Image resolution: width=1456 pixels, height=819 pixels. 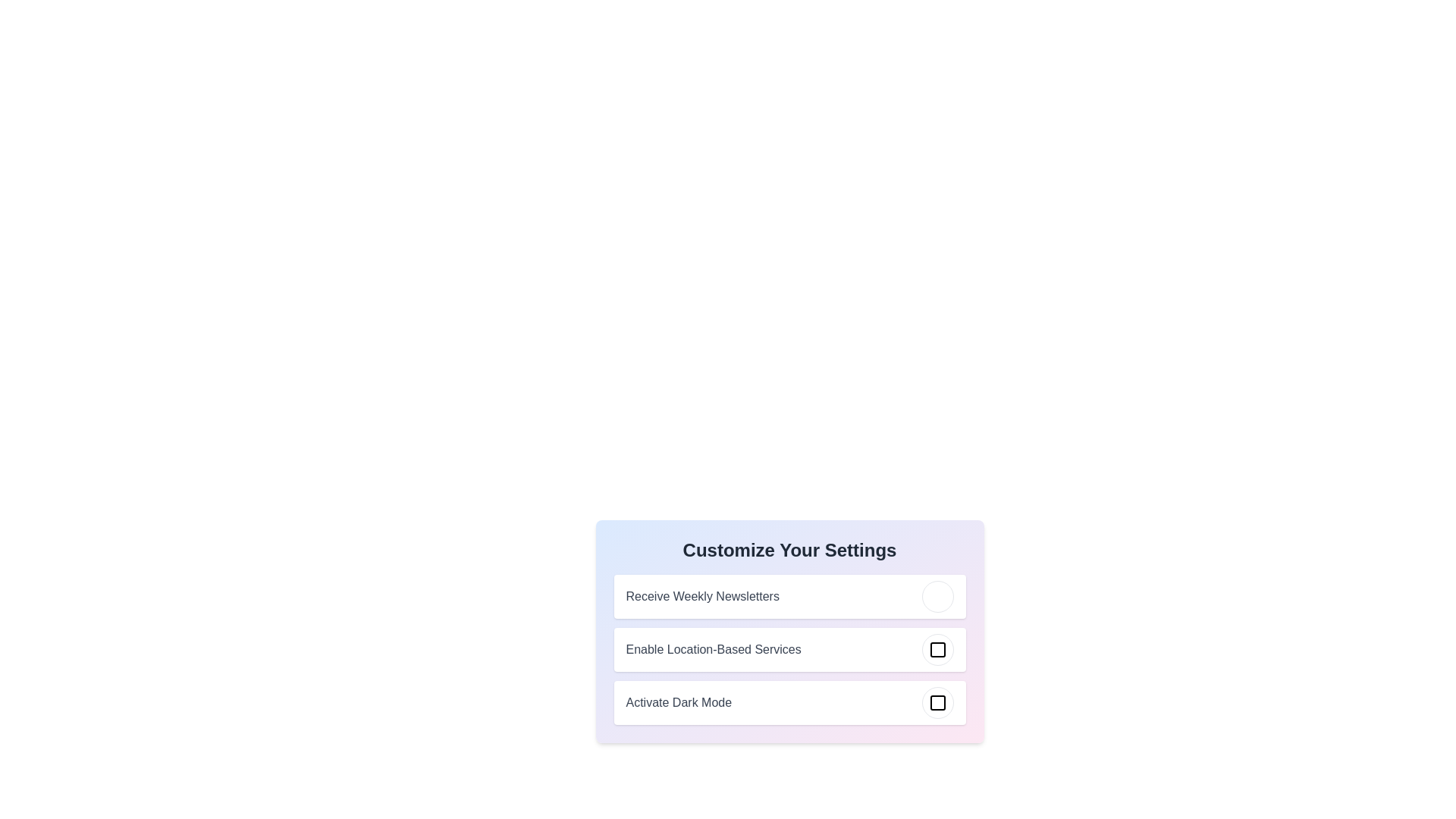 I want to click on the text label displaying 'Receive Weekly Newsletters', which is styled in gray and is the first setting option in a vertical list of settings, so click(x=701, y=595).